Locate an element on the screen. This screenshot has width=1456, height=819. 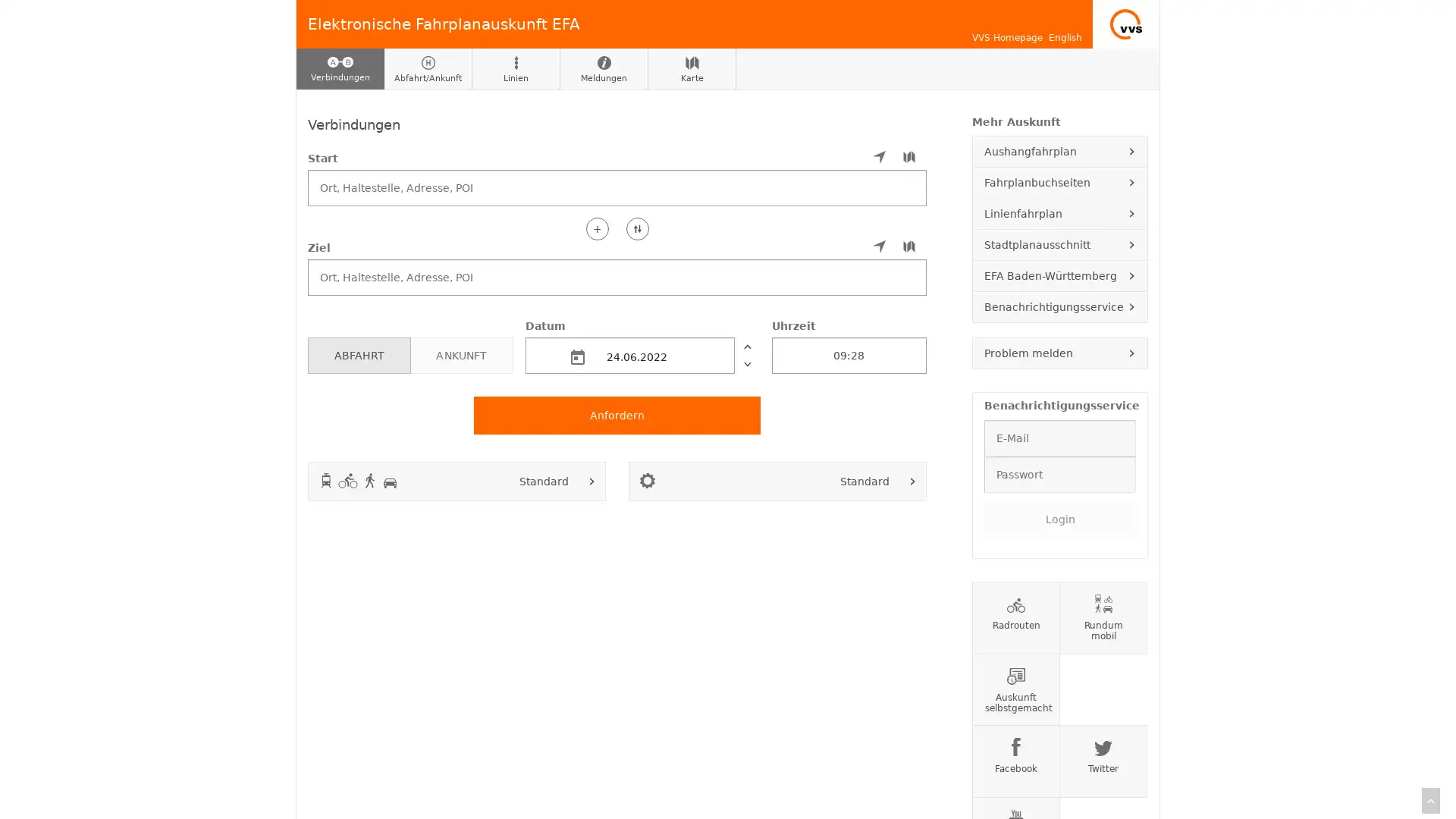
Verkehrsmittel auswahlen is located at coordinates (591, 480).